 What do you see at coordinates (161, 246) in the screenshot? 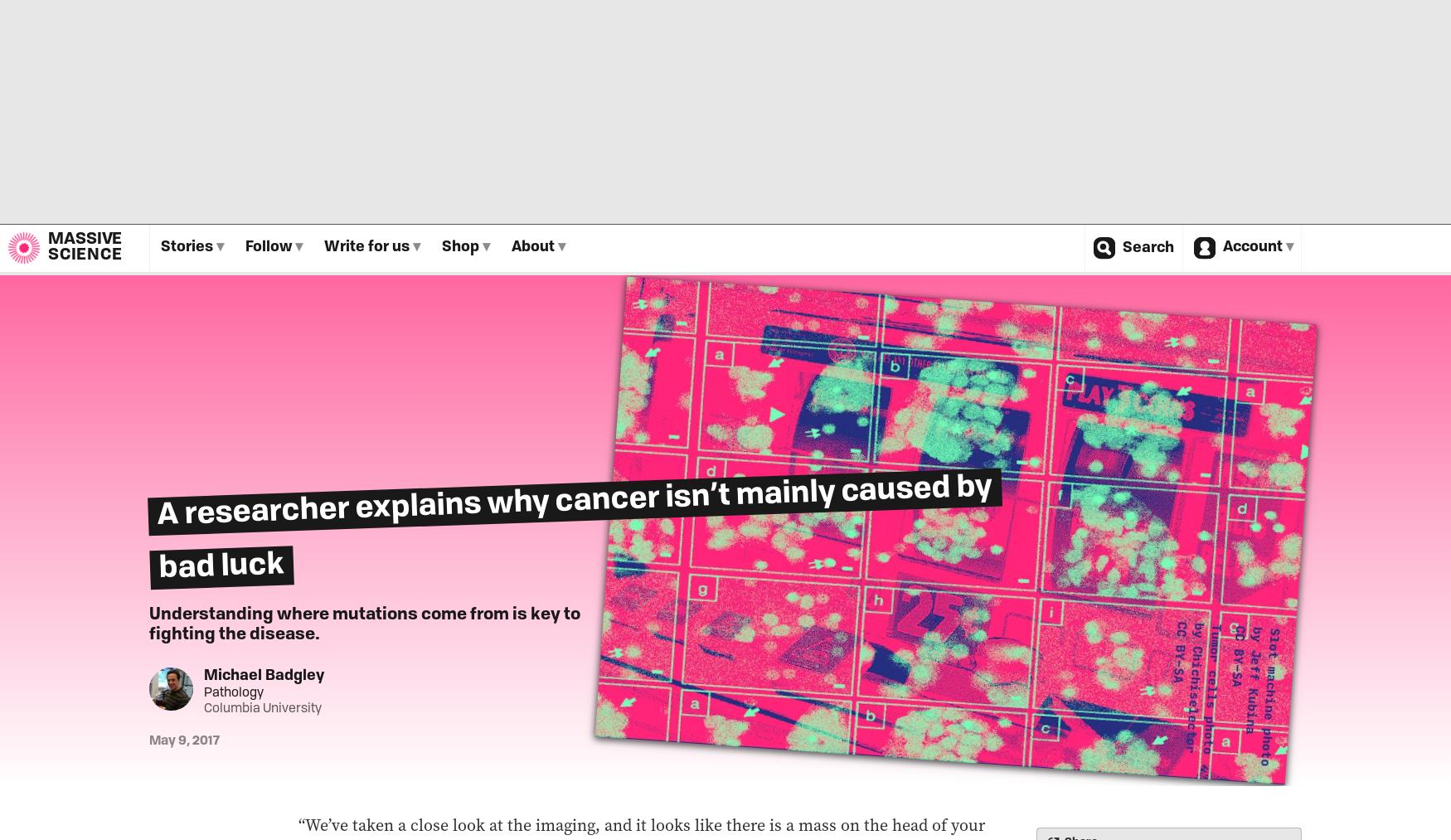
I see `'Stories'` at bounding box center [161, 246].